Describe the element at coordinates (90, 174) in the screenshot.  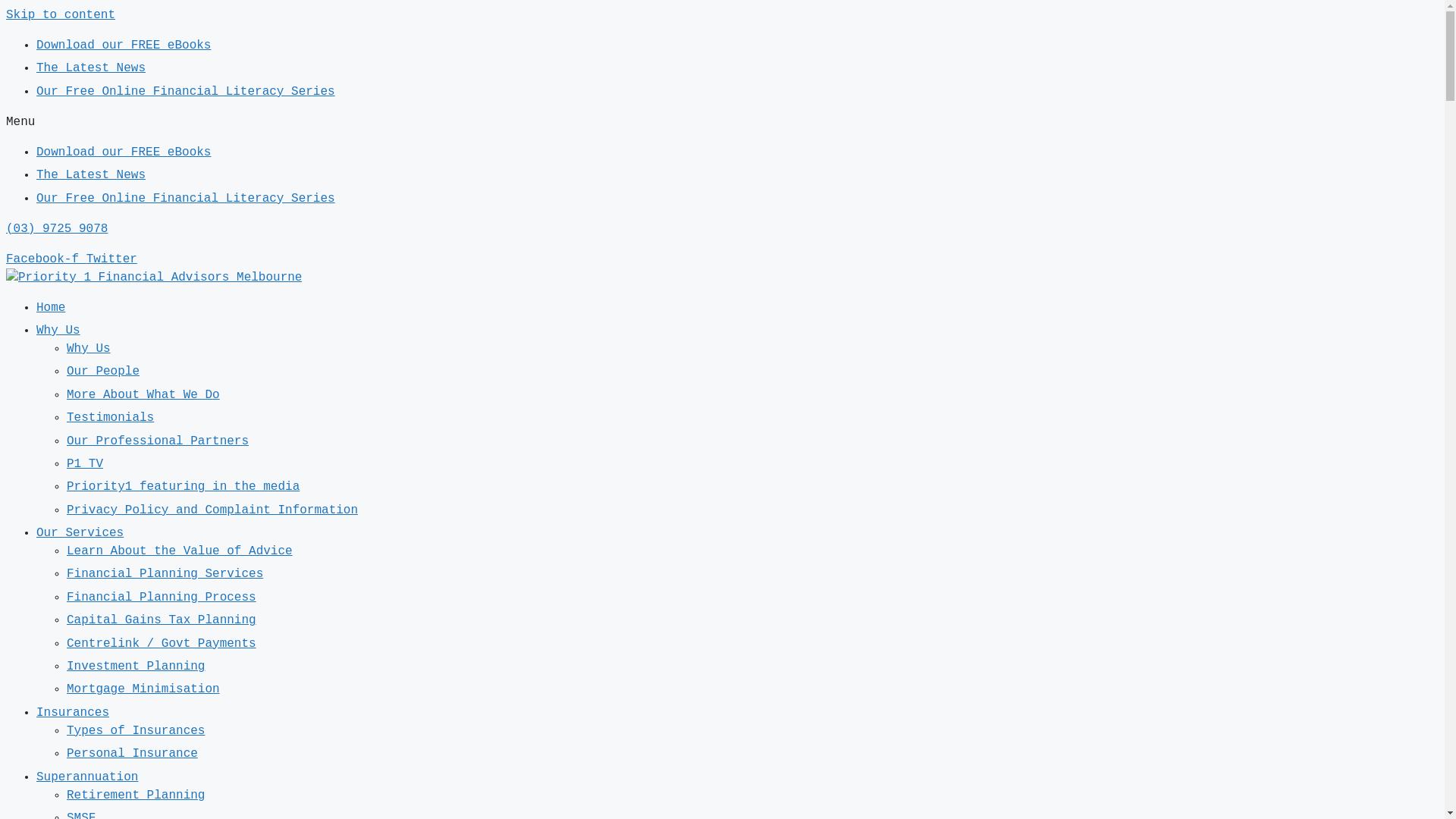
I see `'The Latest News'` at that location.